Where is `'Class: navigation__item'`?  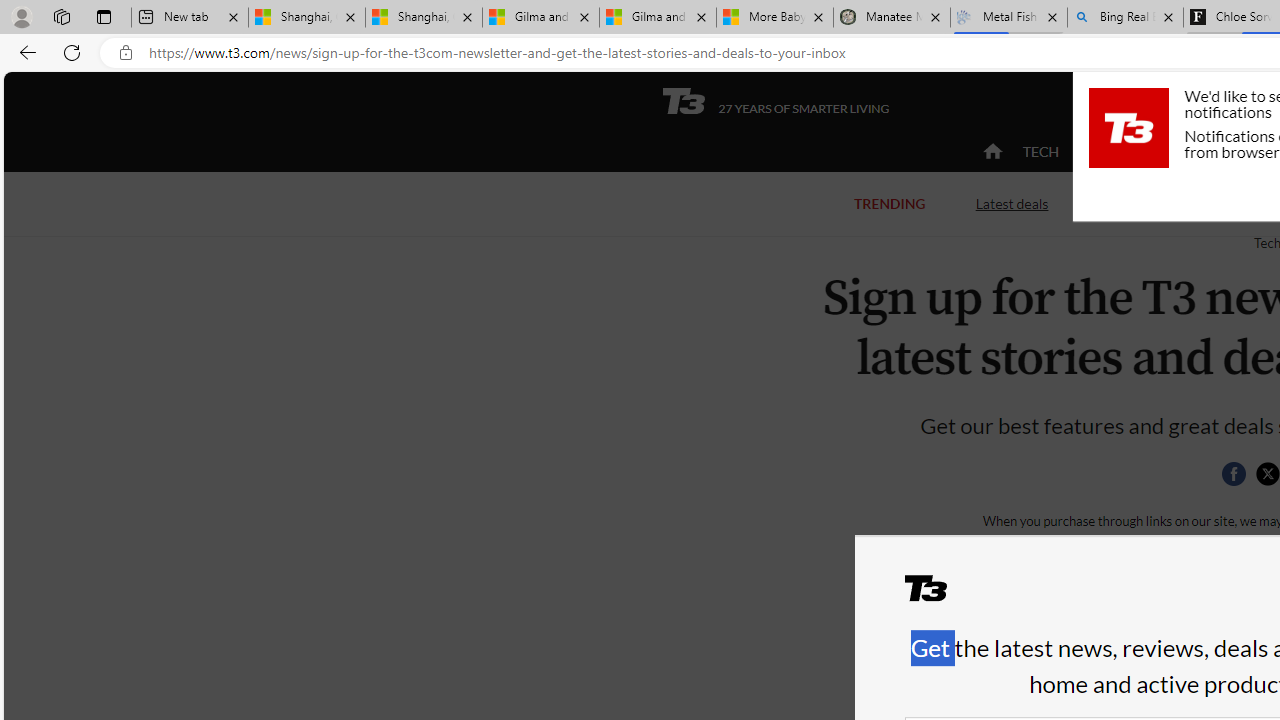 'Class: navigation__item' is located at coordinates (990, 150).